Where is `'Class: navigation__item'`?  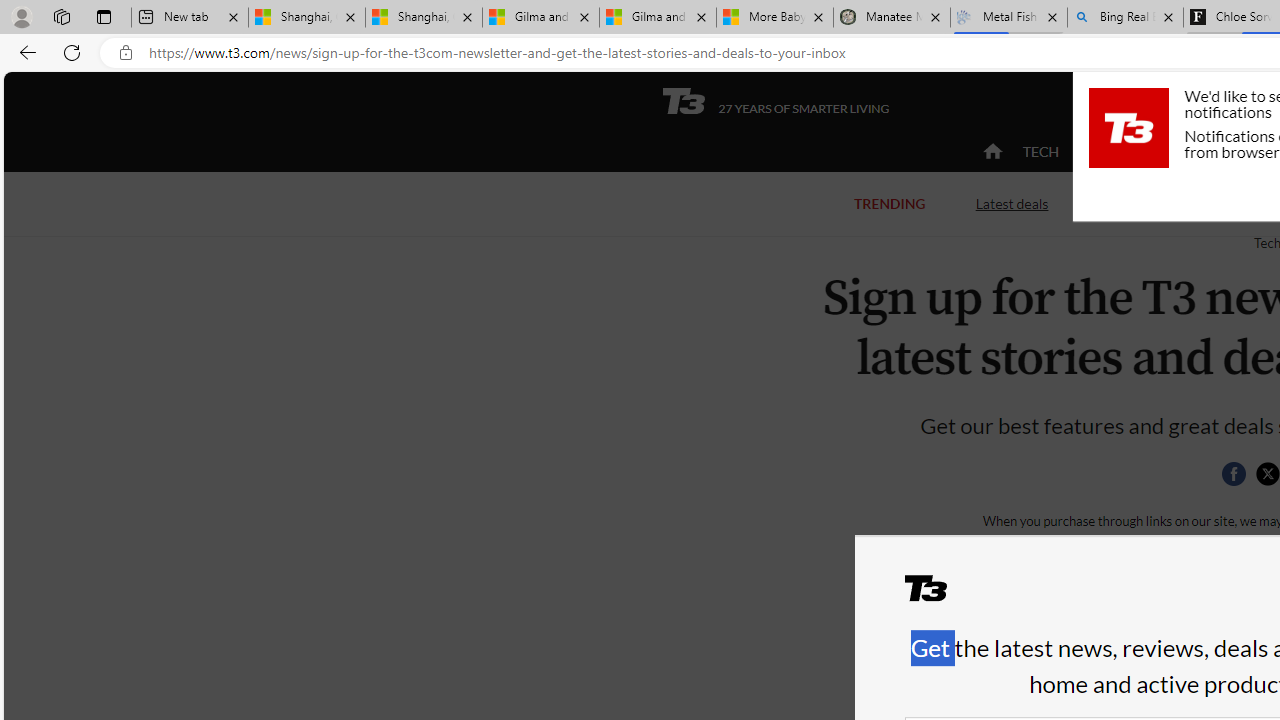 'Class: navigation__item' is located at coordinates (990, 150).